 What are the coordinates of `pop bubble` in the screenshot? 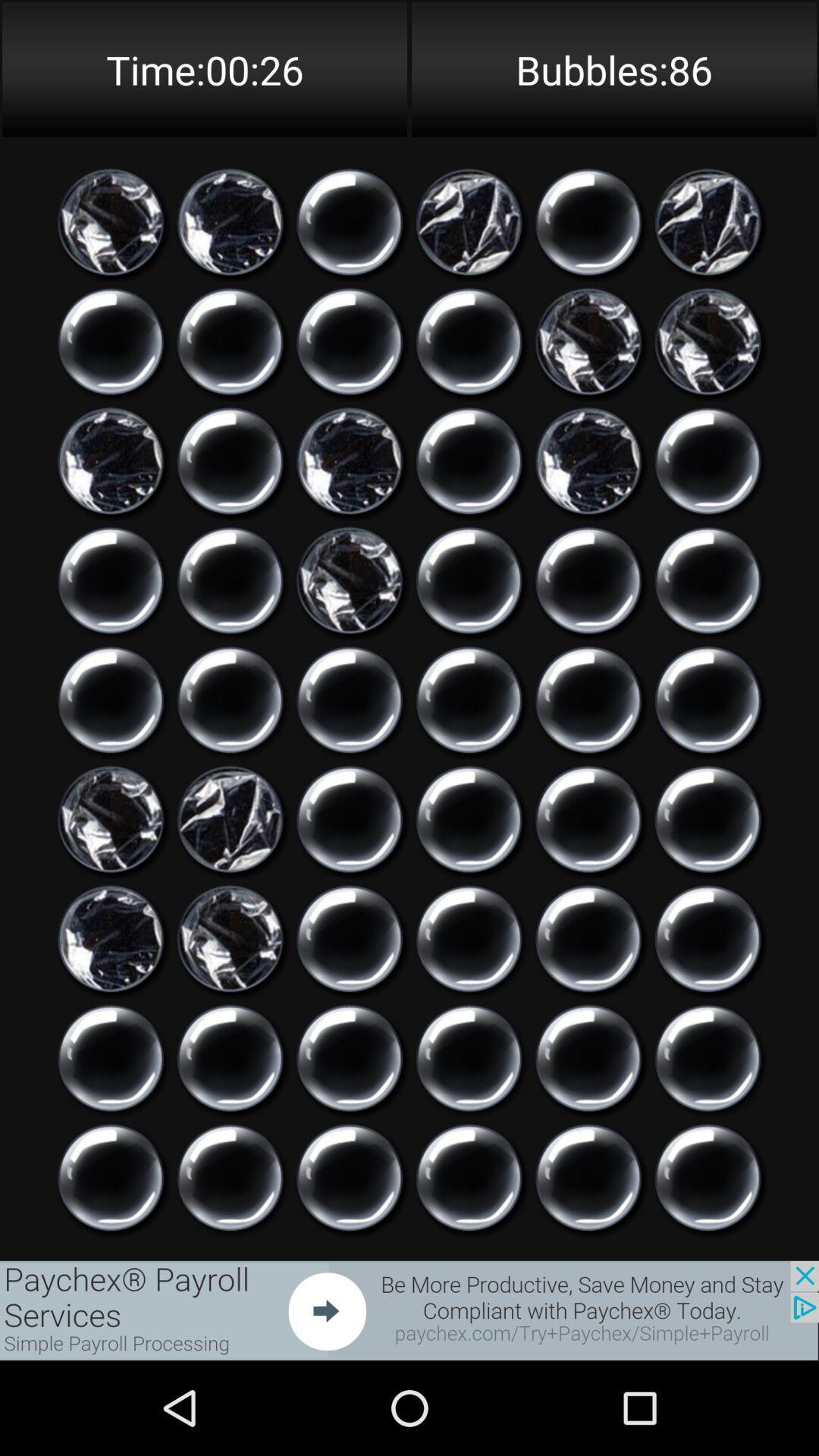 It's located at (350, 1057).